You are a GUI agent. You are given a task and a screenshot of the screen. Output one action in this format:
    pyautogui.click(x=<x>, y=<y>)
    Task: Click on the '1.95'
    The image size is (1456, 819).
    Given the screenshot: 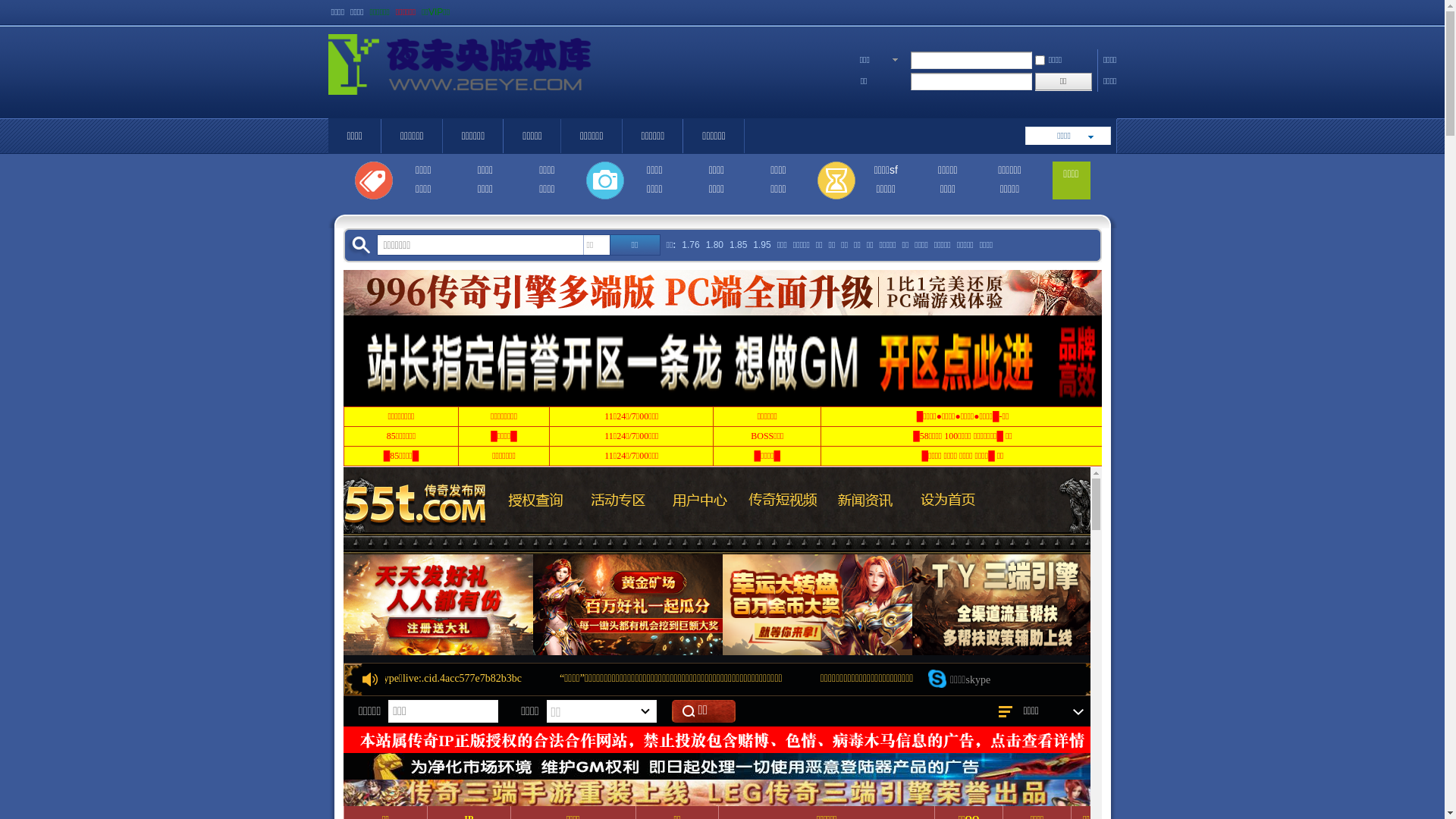 What is the action you would take?
    pyautogui.click(x=753, y=244)
    